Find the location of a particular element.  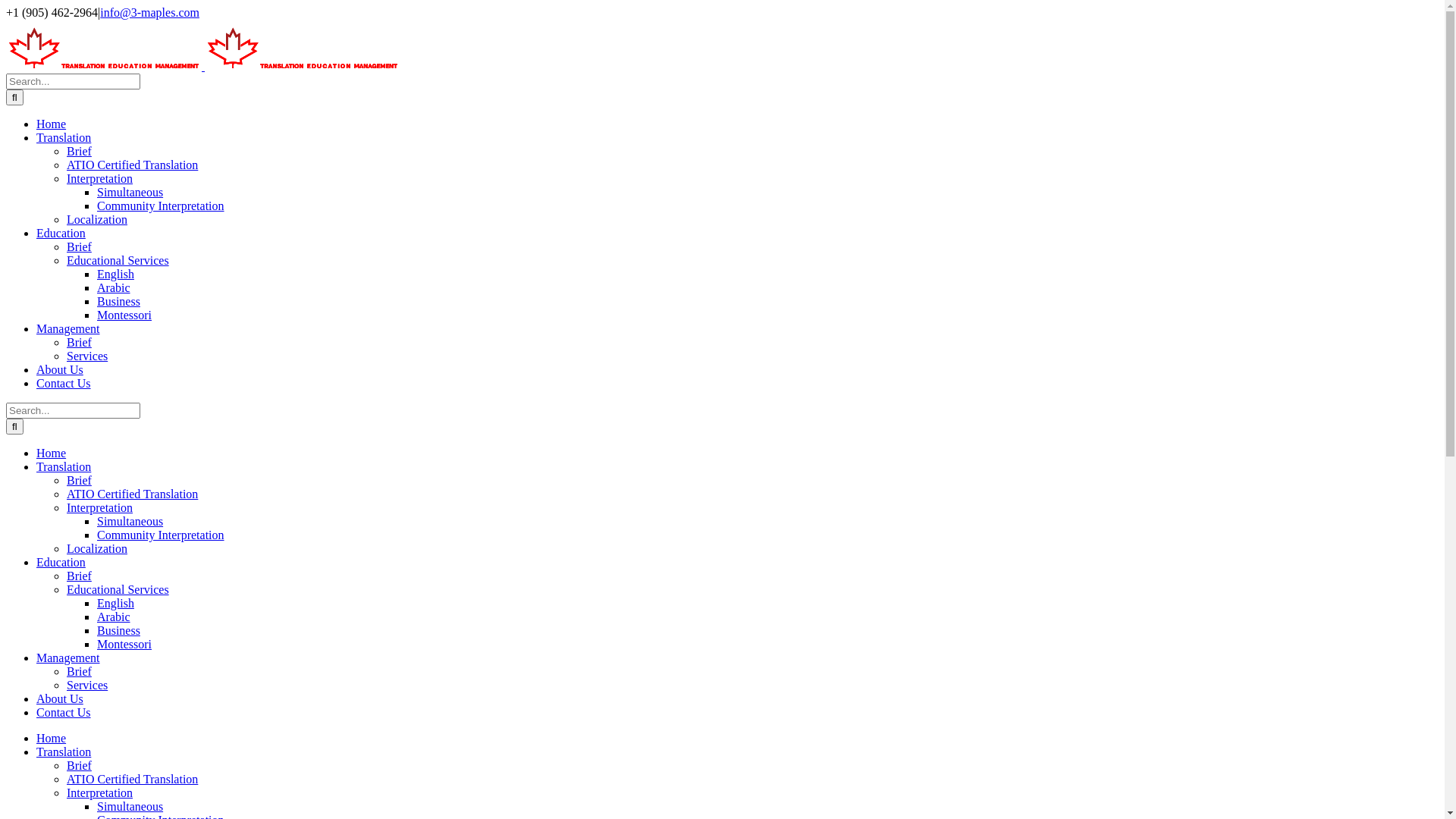

'Community Interpretation' is located at coordinates (160, 206).